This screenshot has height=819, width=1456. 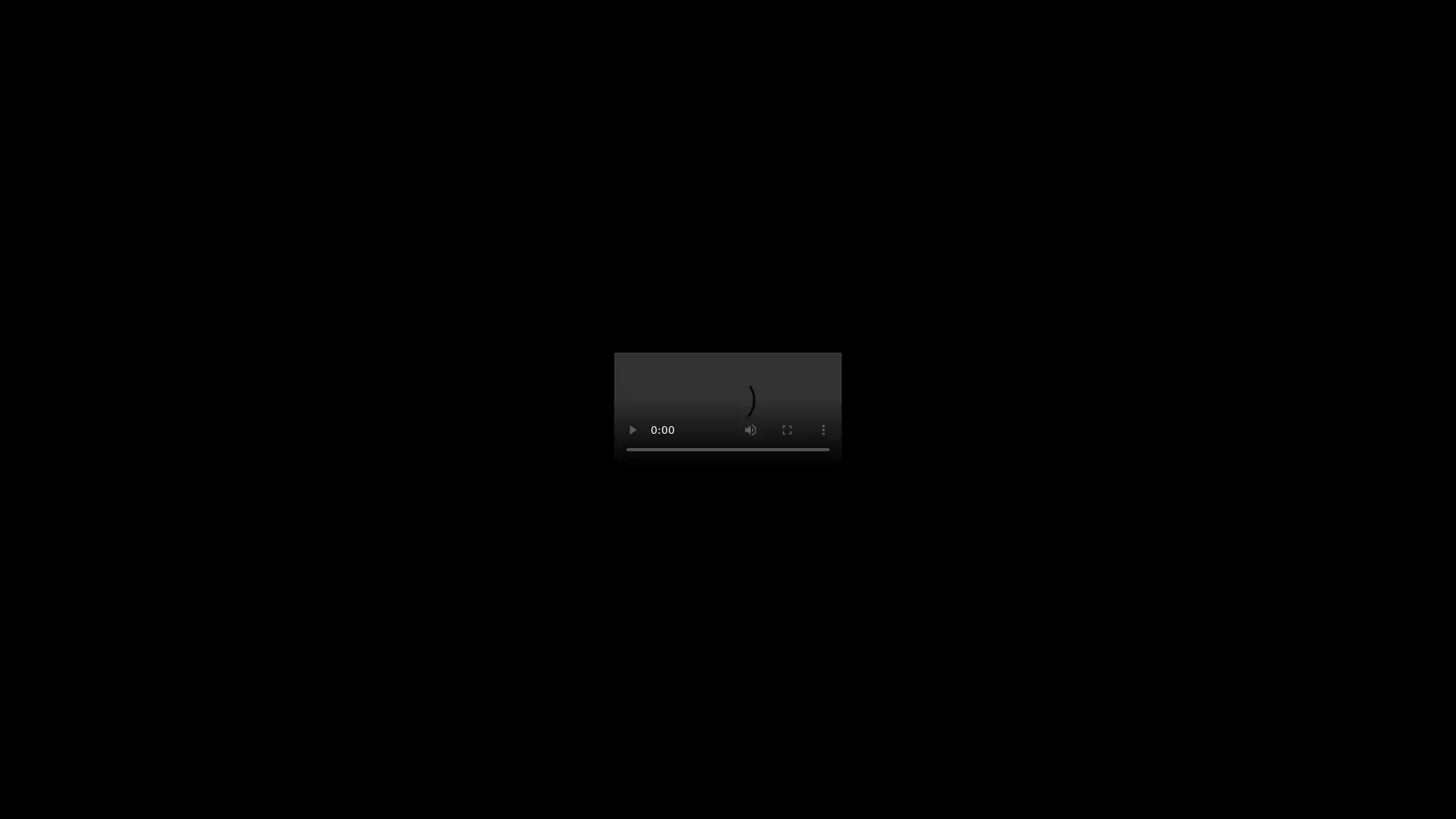 What do you see at coordinates (750, 430) in the screenshot?
I see `mute` at bounding box center [750, 430].